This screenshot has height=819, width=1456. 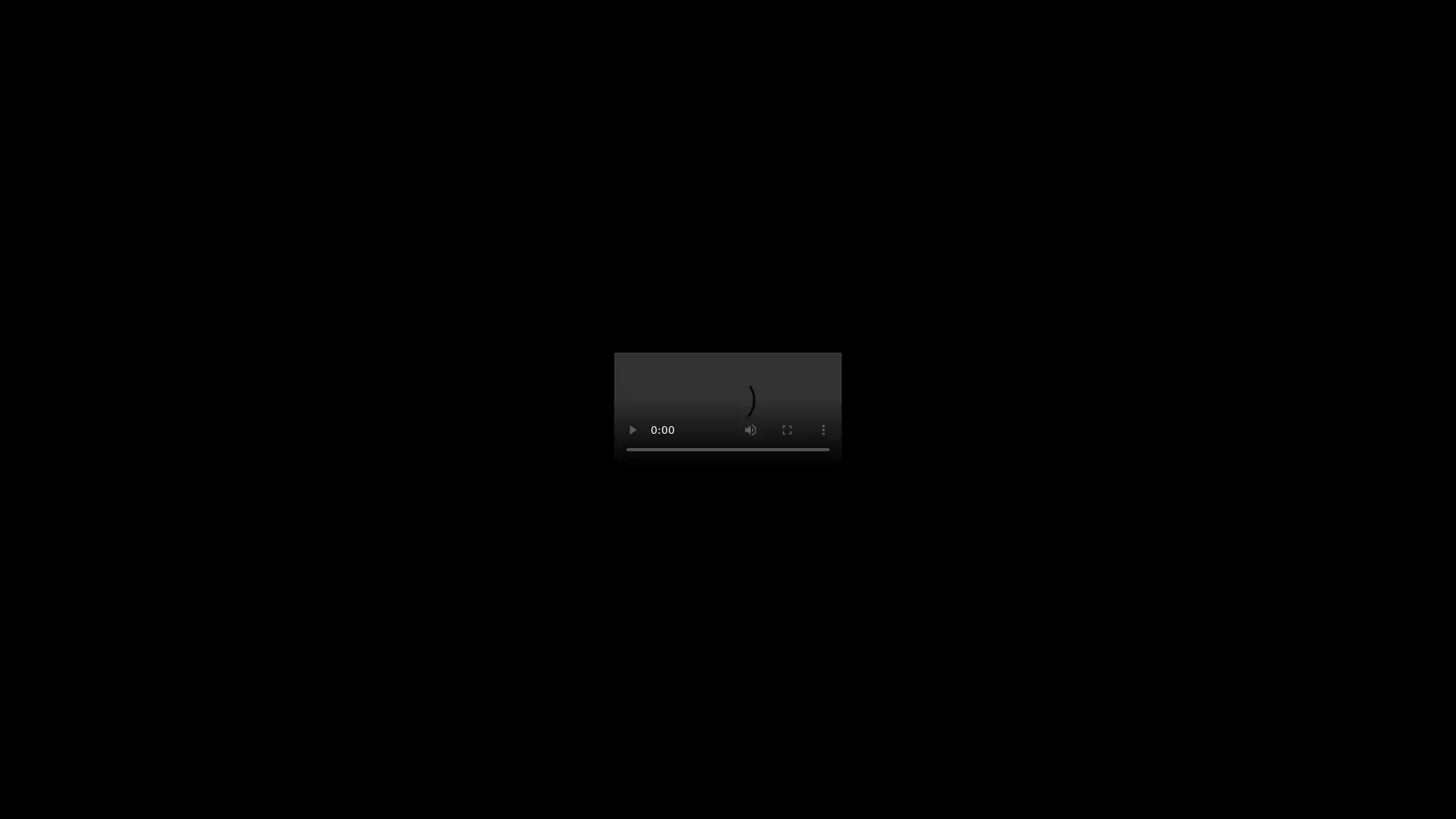 What do you see at coordinates (750, 430) in the screenshot?
I see `mute` at bounding box center [750, 430].